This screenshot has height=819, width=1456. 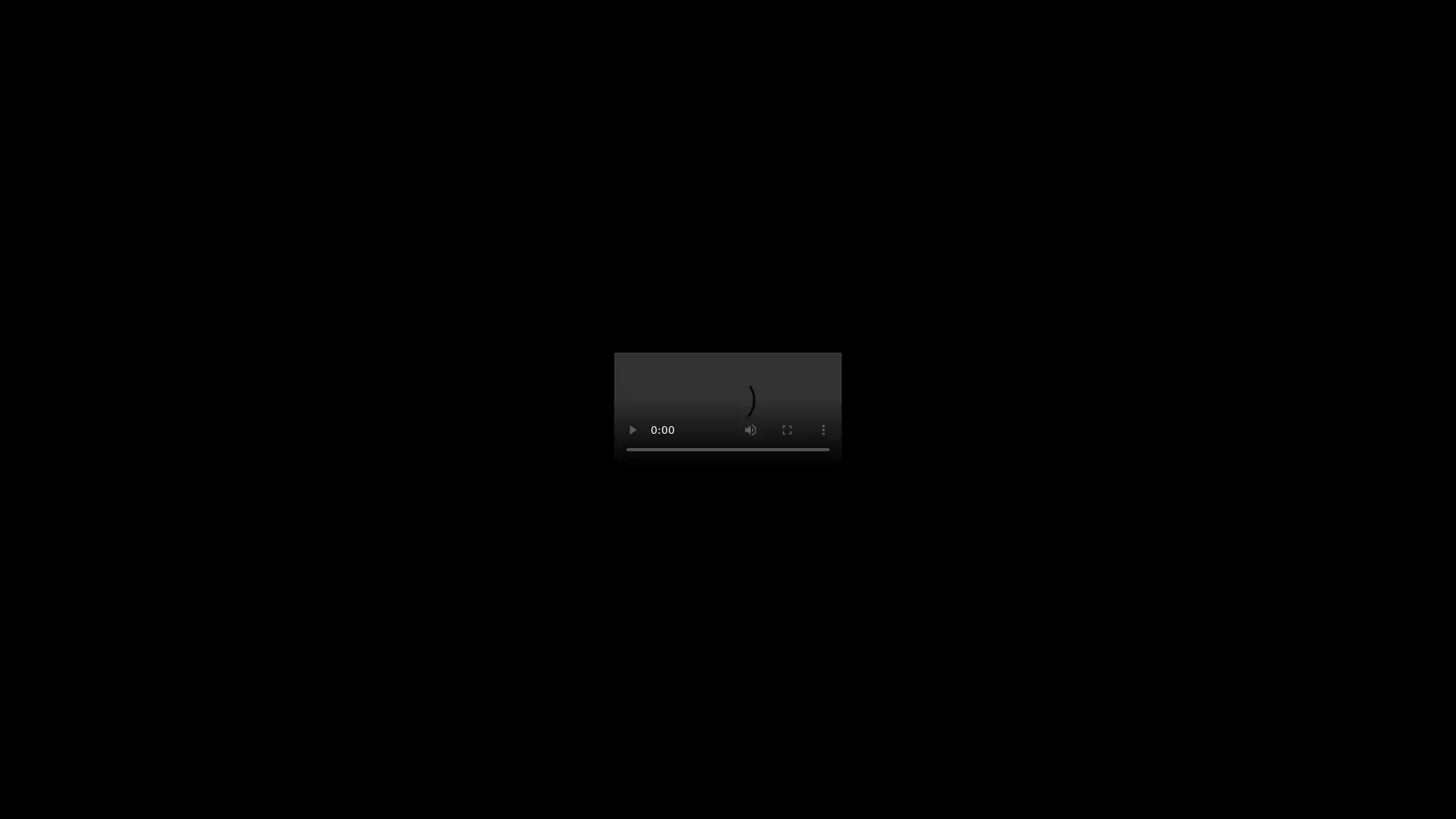 What do you see at coordinates (750, 430) in the screenshot?
I see `mute` at bounding box center [750, 430].